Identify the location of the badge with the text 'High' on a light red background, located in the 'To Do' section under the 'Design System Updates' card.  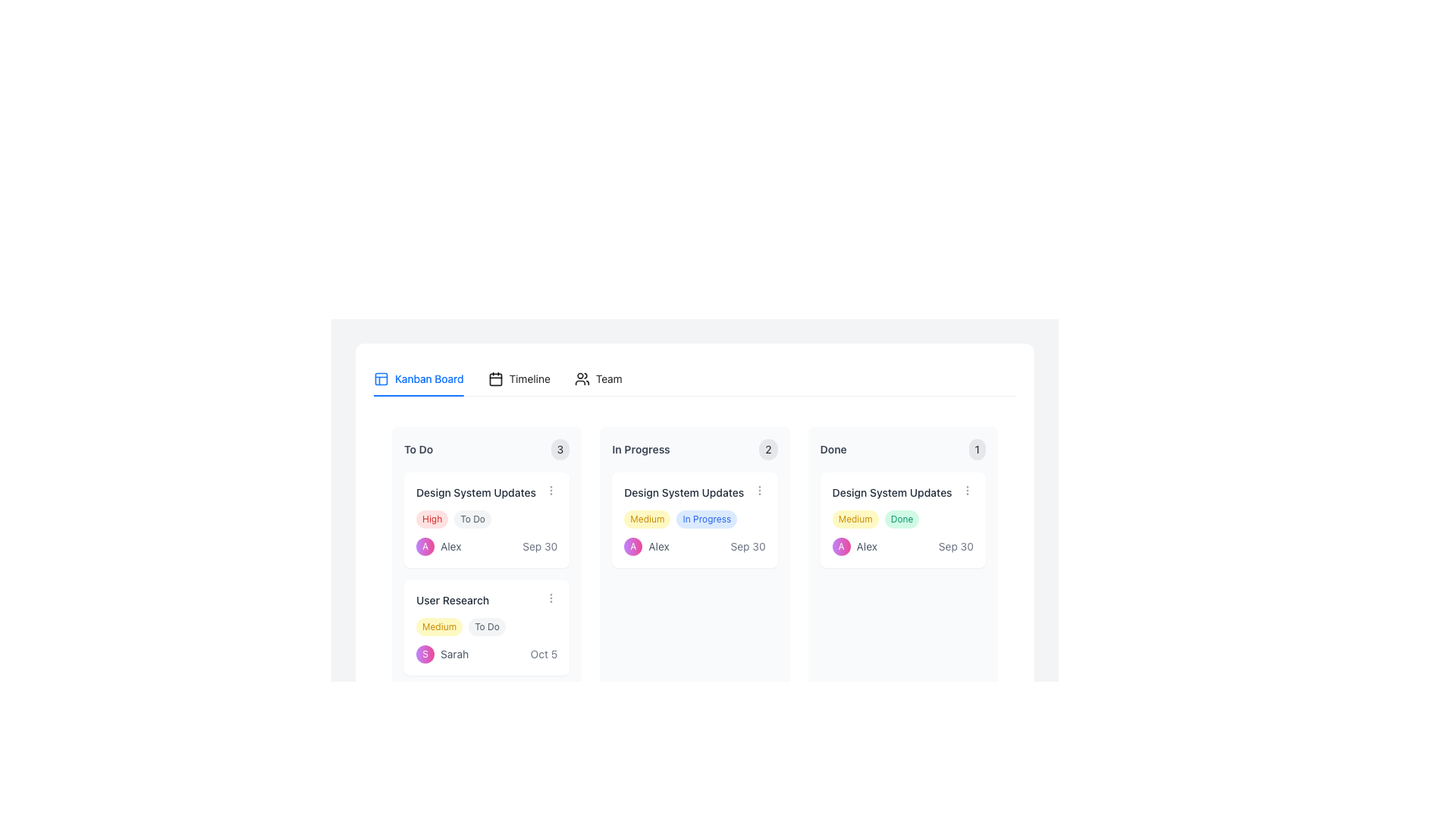
(431, 519).